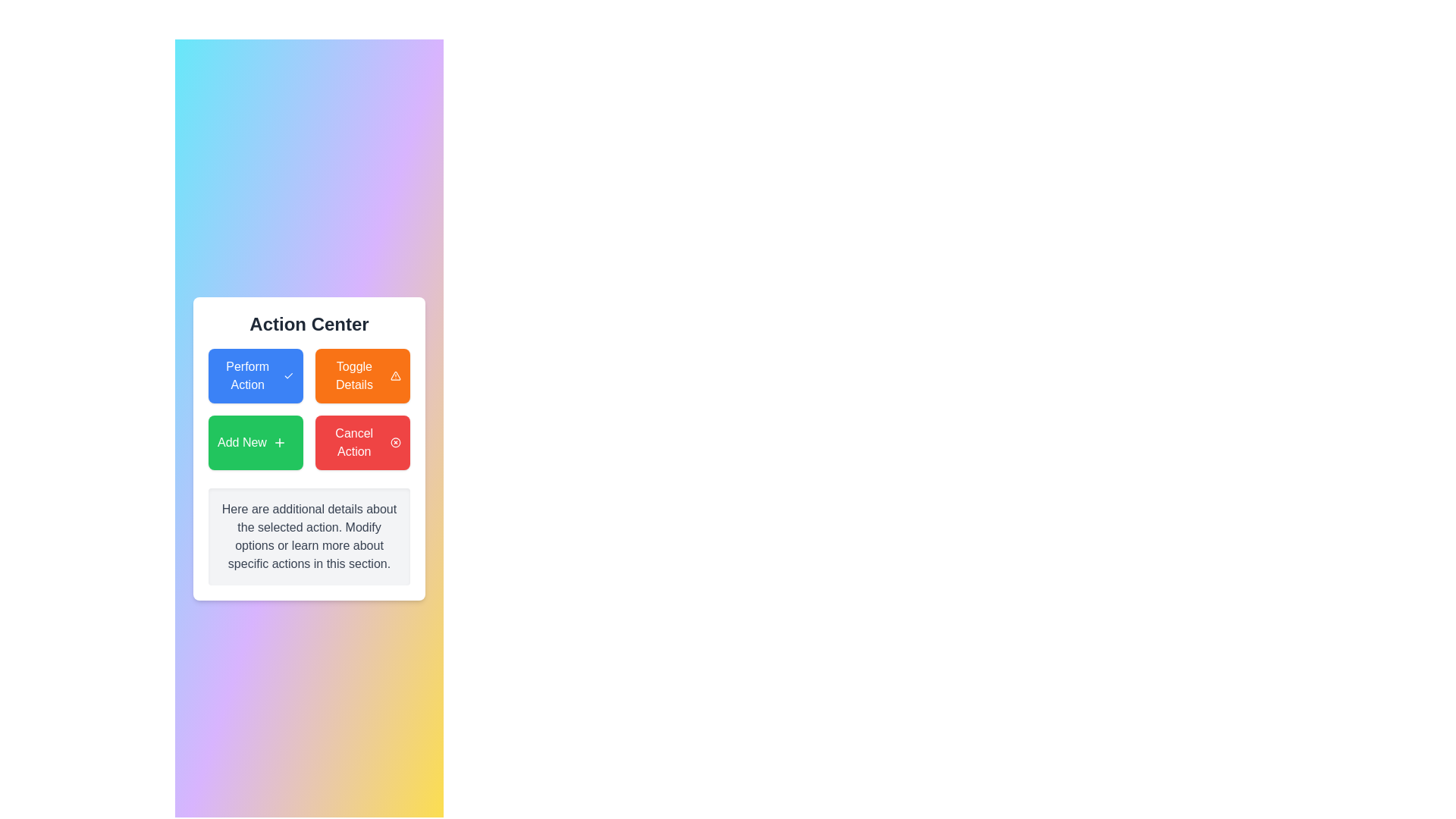  What do you see at coordinates (395, 375) in the screenshot?
I see `the orange triangle icon with a white border and a warning exclamation mark, which is part of the 'Toggle Details' button located in the Action Center` at bounding box center [395, 375].